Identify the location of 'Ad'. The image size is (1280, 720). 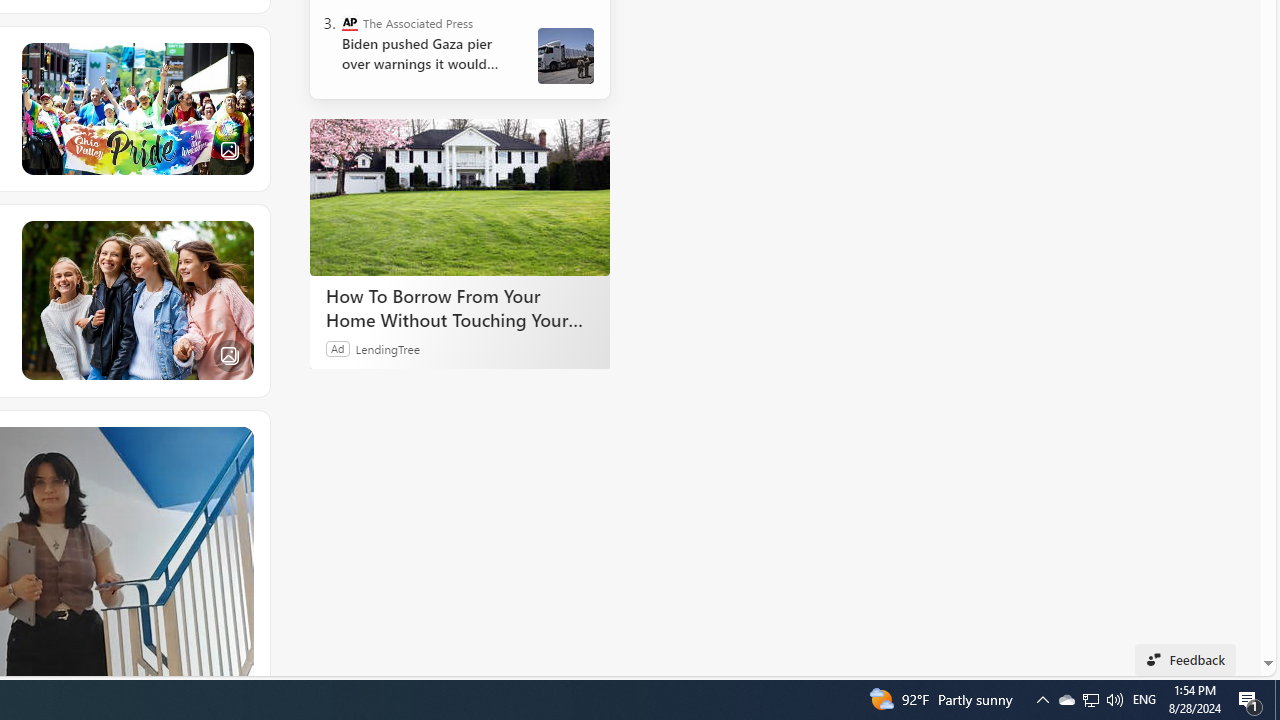
(338, 347).